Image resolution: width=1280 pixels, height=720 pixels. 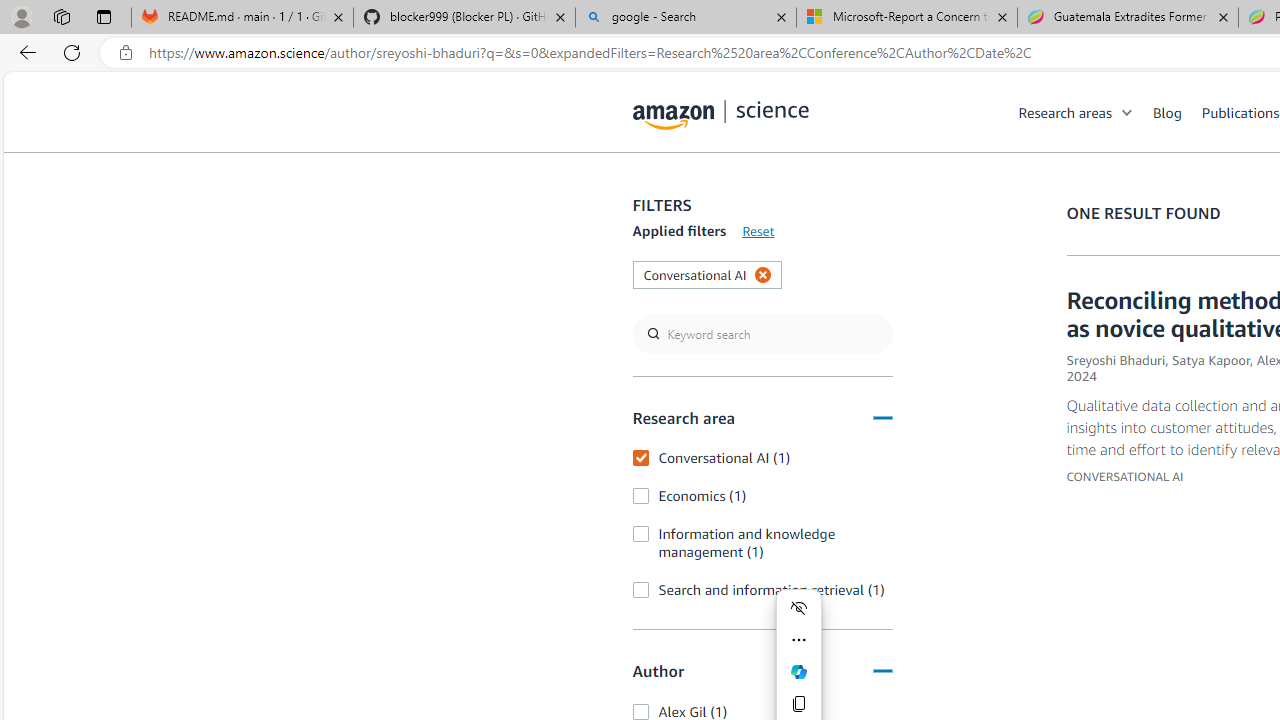 What do you see at coordinates (797, 607) in the screenshot?
I see `'Hide menu'` at bounding box center [797, 607].